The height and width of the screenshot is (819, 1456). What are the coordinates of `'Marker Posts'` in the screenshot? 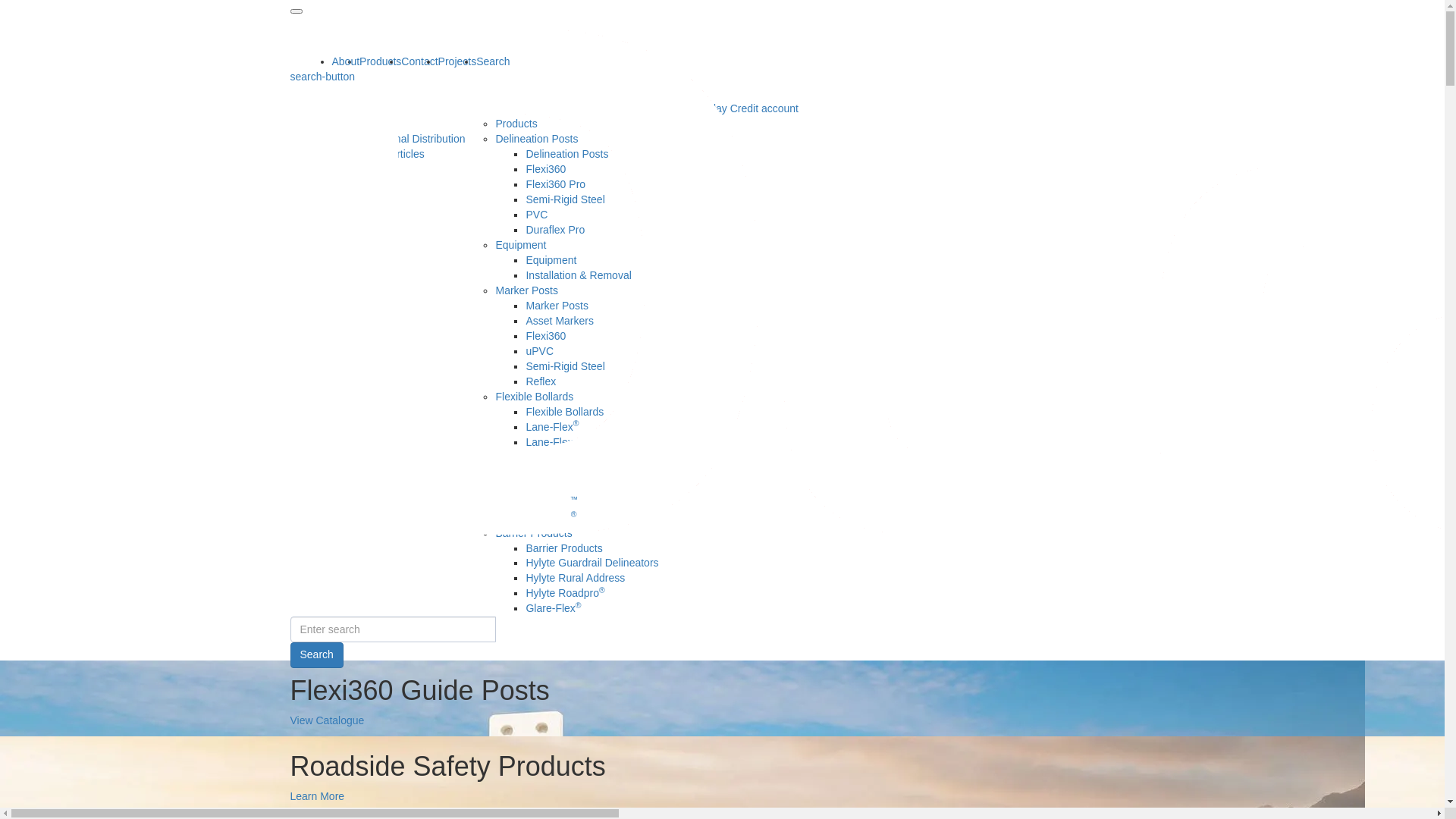 It's located at (494, 290).